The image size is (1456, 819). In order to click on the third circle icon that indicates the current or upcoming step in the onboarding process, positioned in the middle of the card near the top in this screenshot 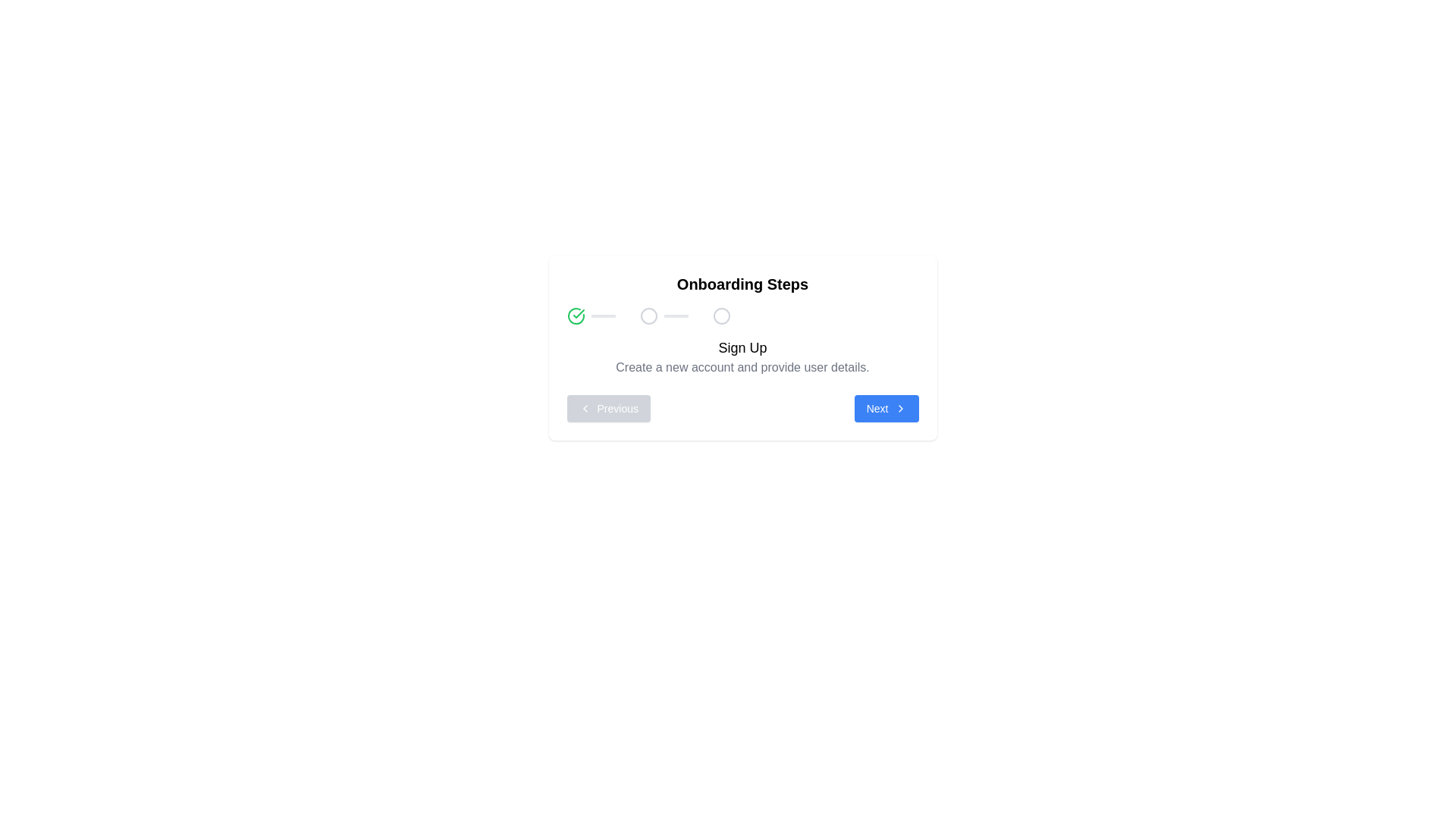, I will do `click(720, 315)`.